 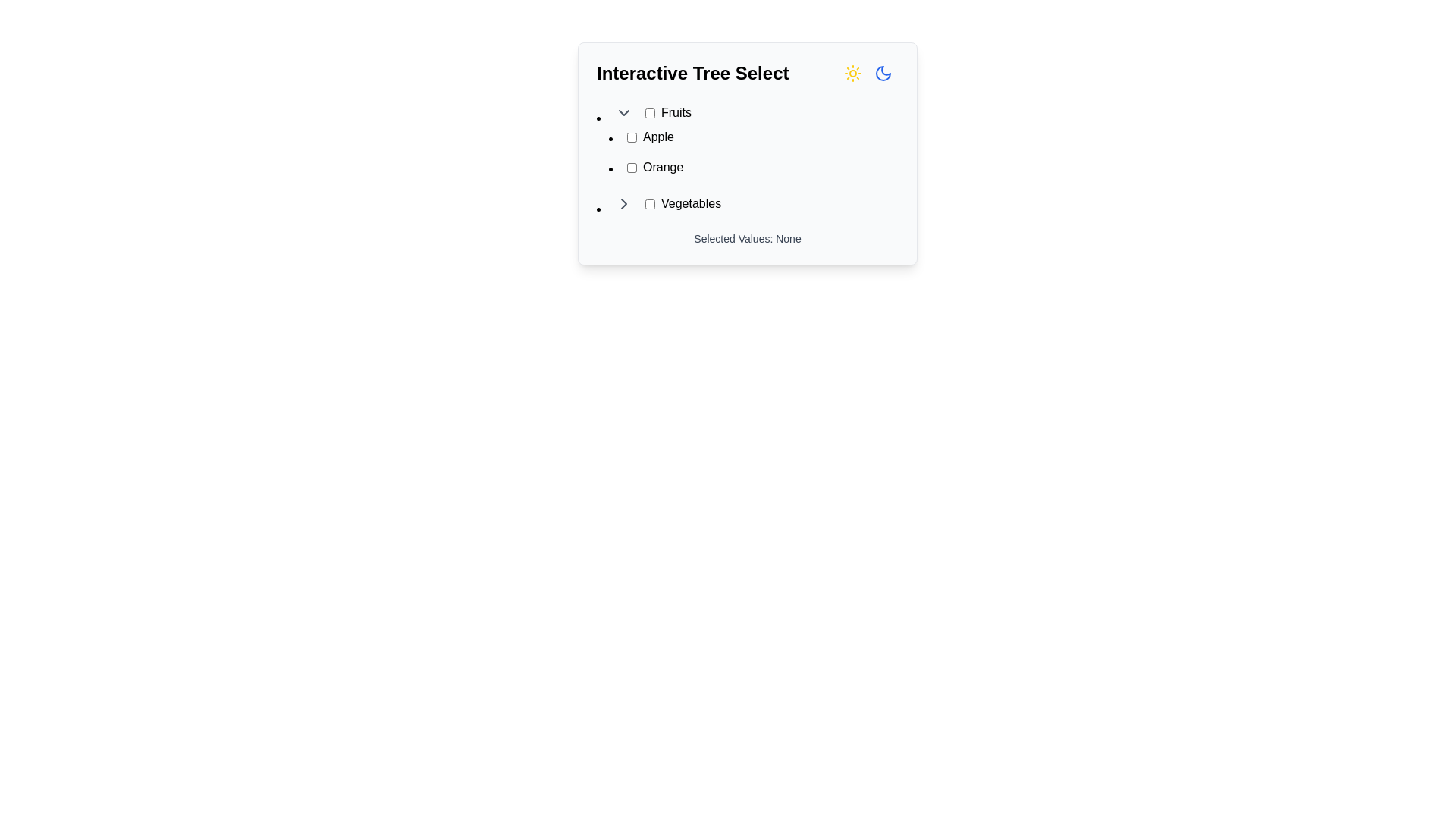 What do you see at coordinates (883, 73) in the screenshot?
I see `the crescent moon icon located in the top-right corner of the interactive tree select component, which serves as a mode indicator for switching between day and night modes` at bounding box center [883, 73].